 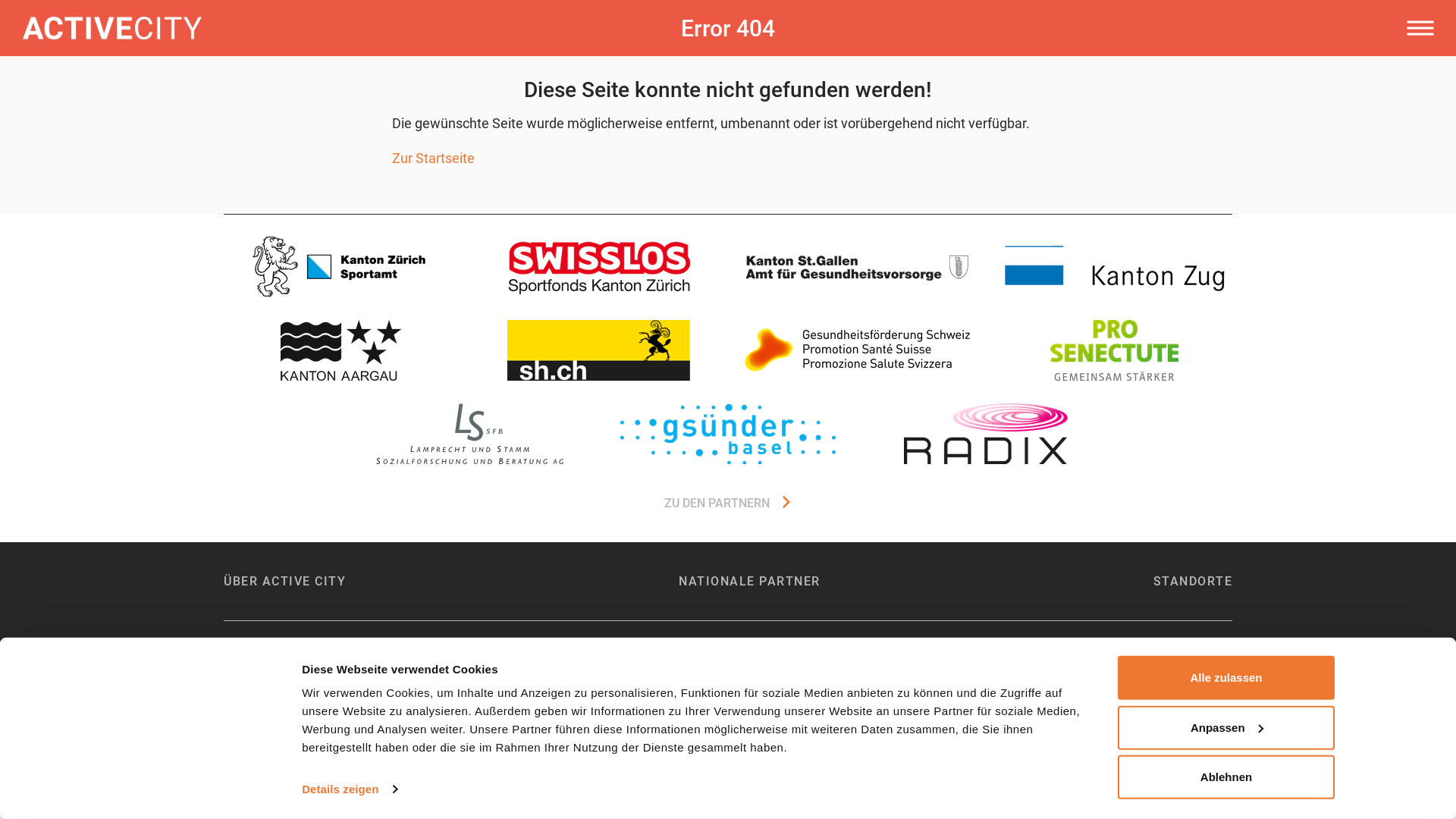 I want to click on 'Active City Logo weiss full', so click(x=111, y=28).